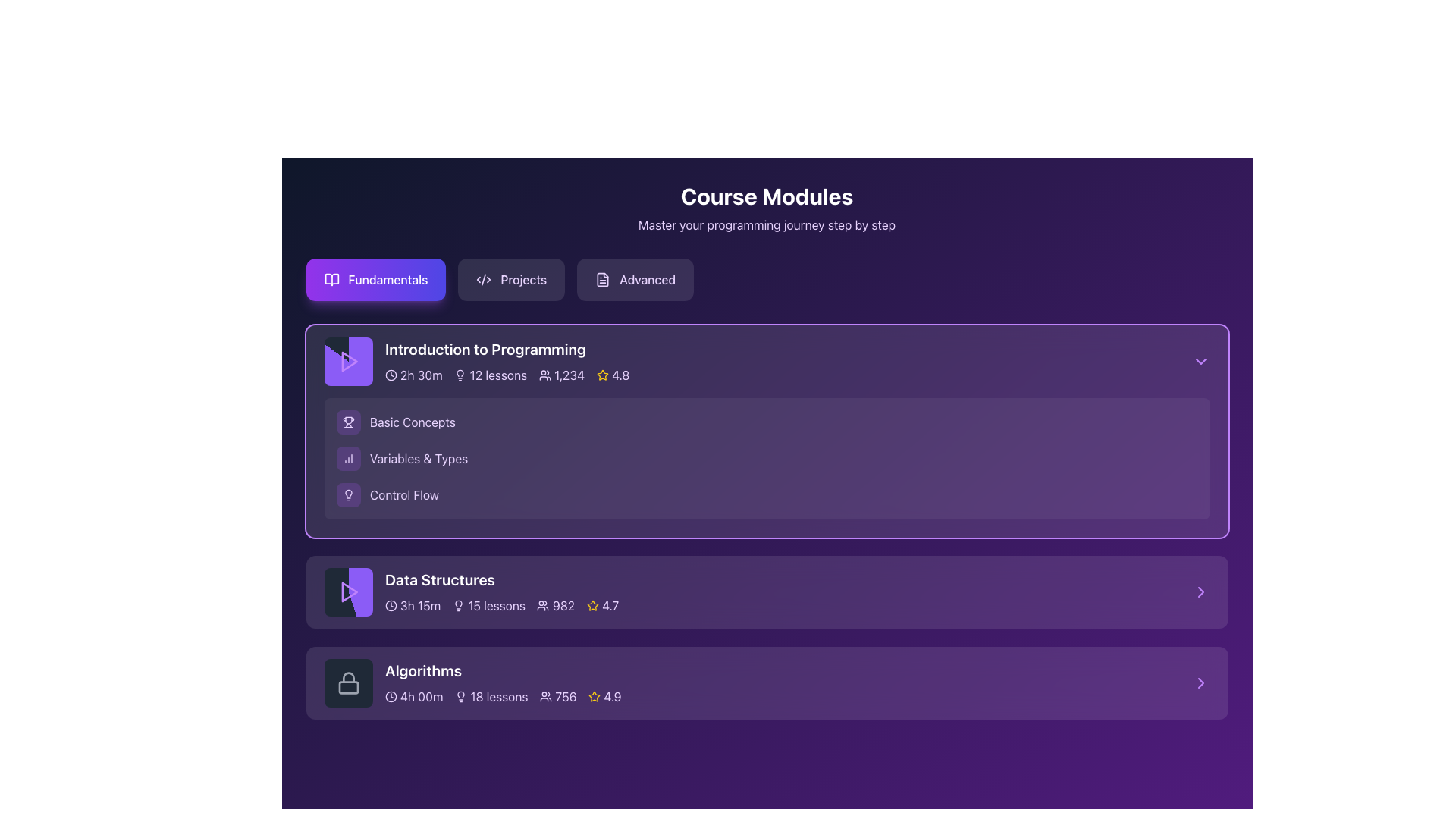 The width and height of the screenshot is (1456, 819). Describe the element at coordinates (593, 696) in the screenshot. I see `the yellow outlined star icon representing a rating in the 'Algorithms' course module, located at the bottom right corner of the module box` at that location.